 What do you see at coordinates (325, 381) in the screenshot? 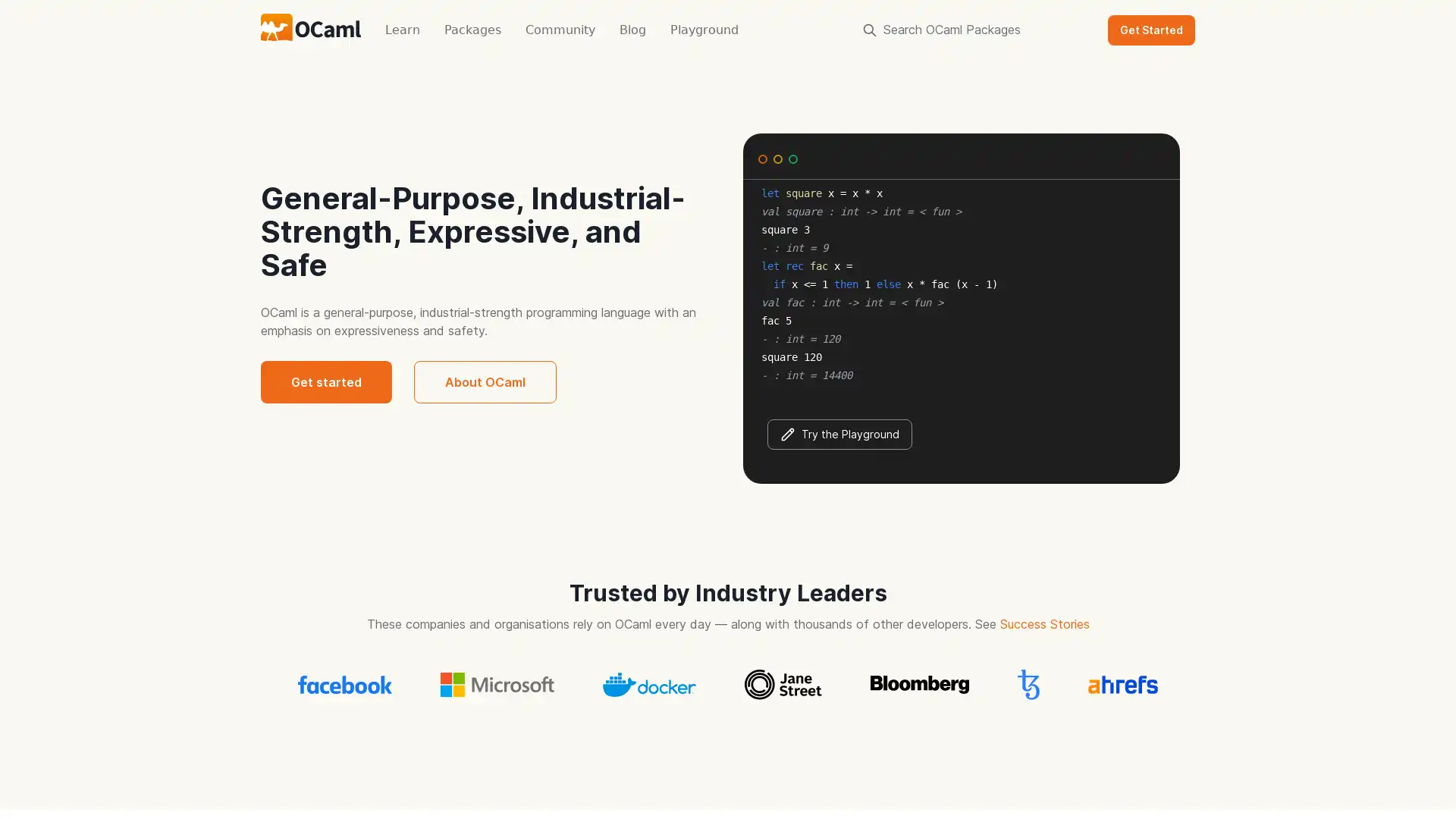
I see `Get started` at bounding box center [325, 381].